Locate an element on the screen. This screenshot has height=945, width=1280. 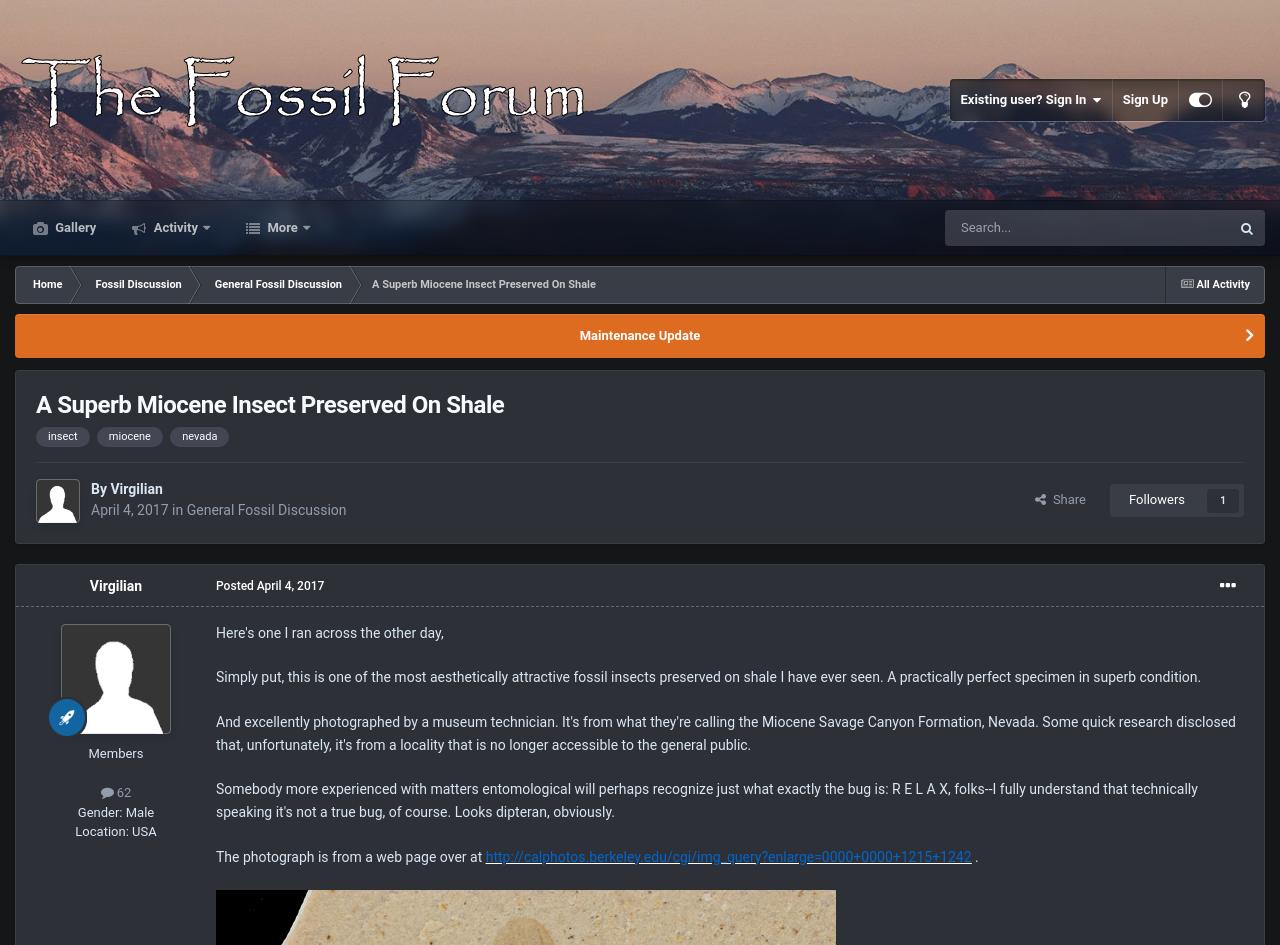
'Blog Entries' is located at coordinates (1078, 467).